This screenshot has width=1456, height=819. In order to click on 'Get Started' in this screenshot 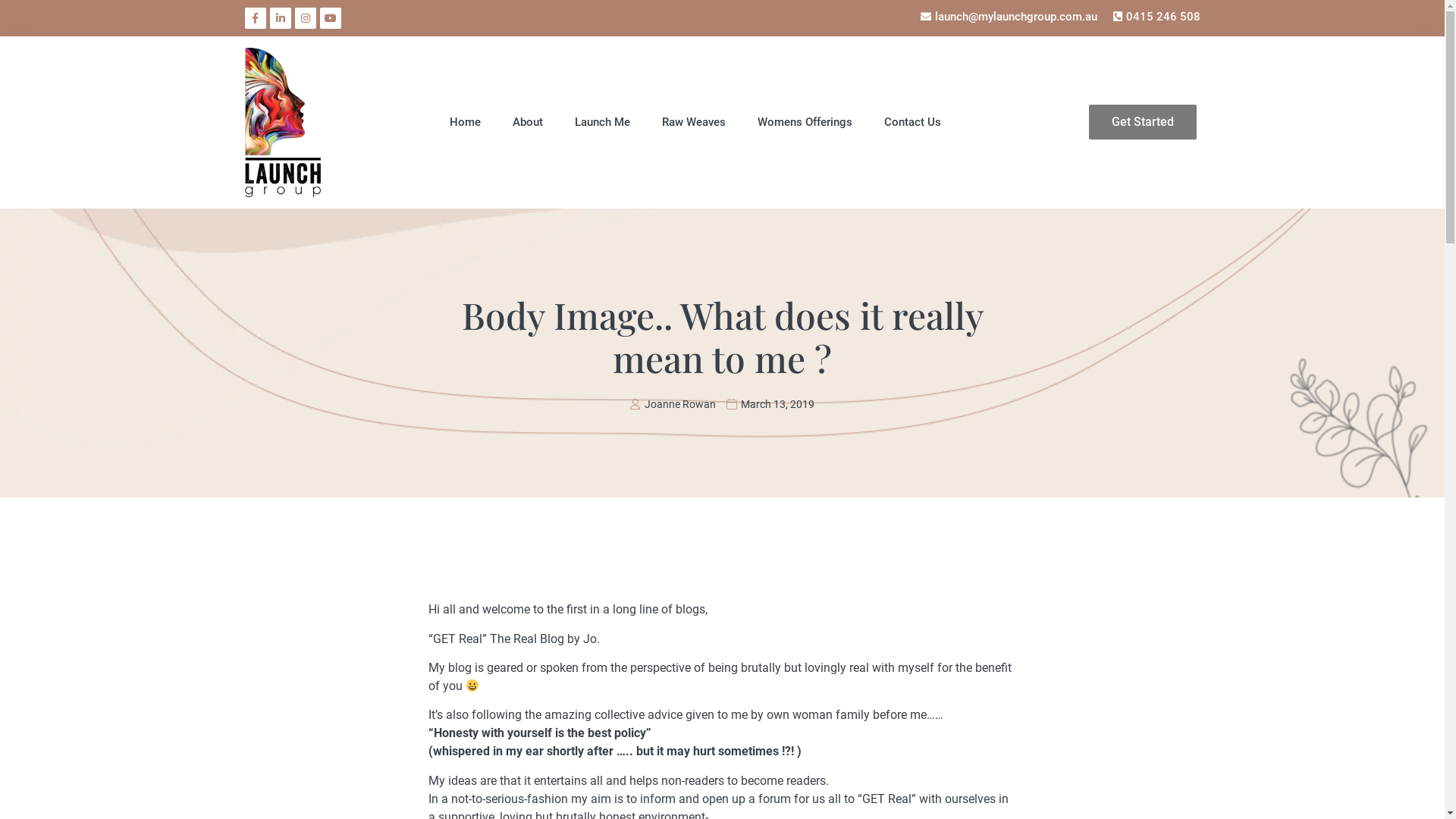, I will do `click(1143, 121)`.